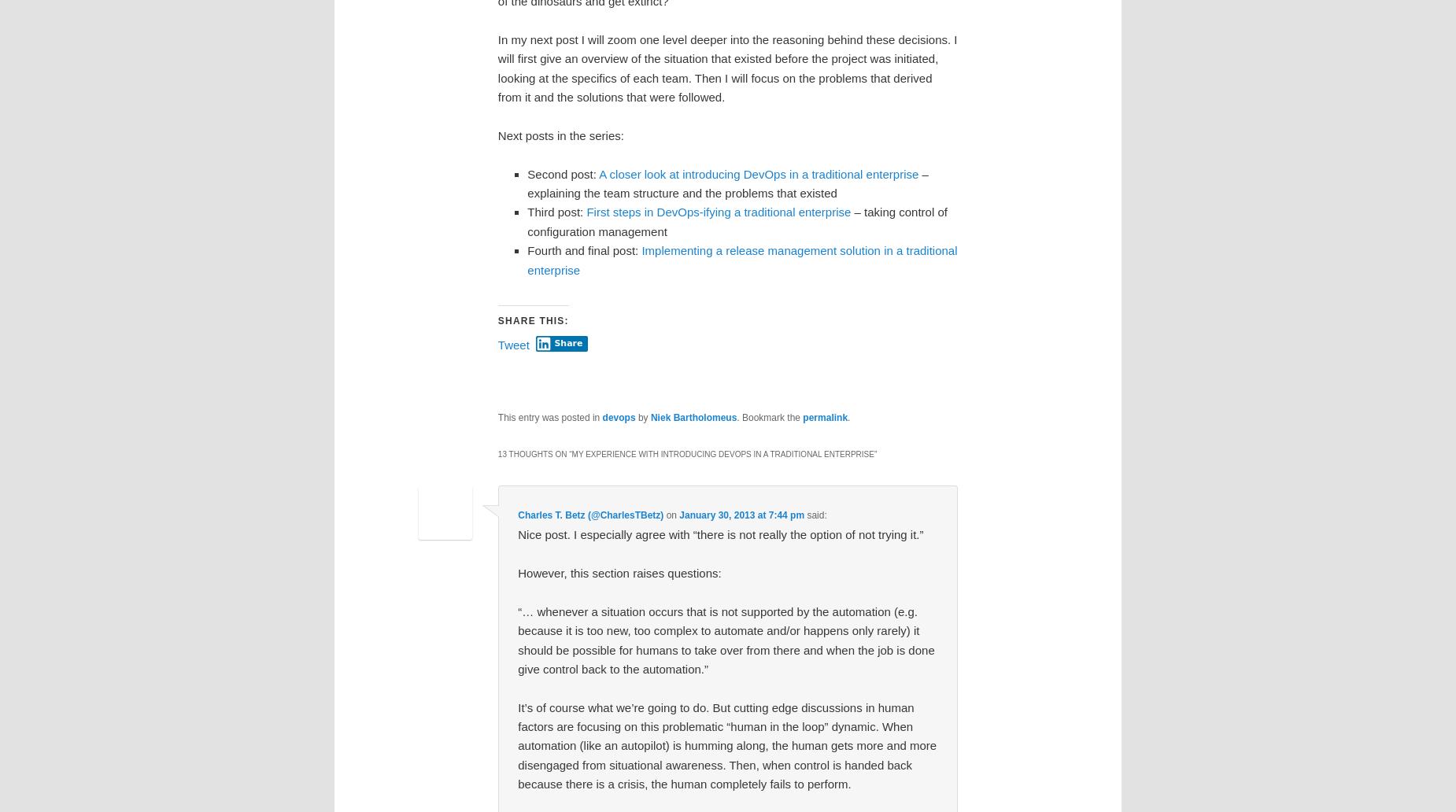  I want to click on 'Second post:', so click(563, 172).